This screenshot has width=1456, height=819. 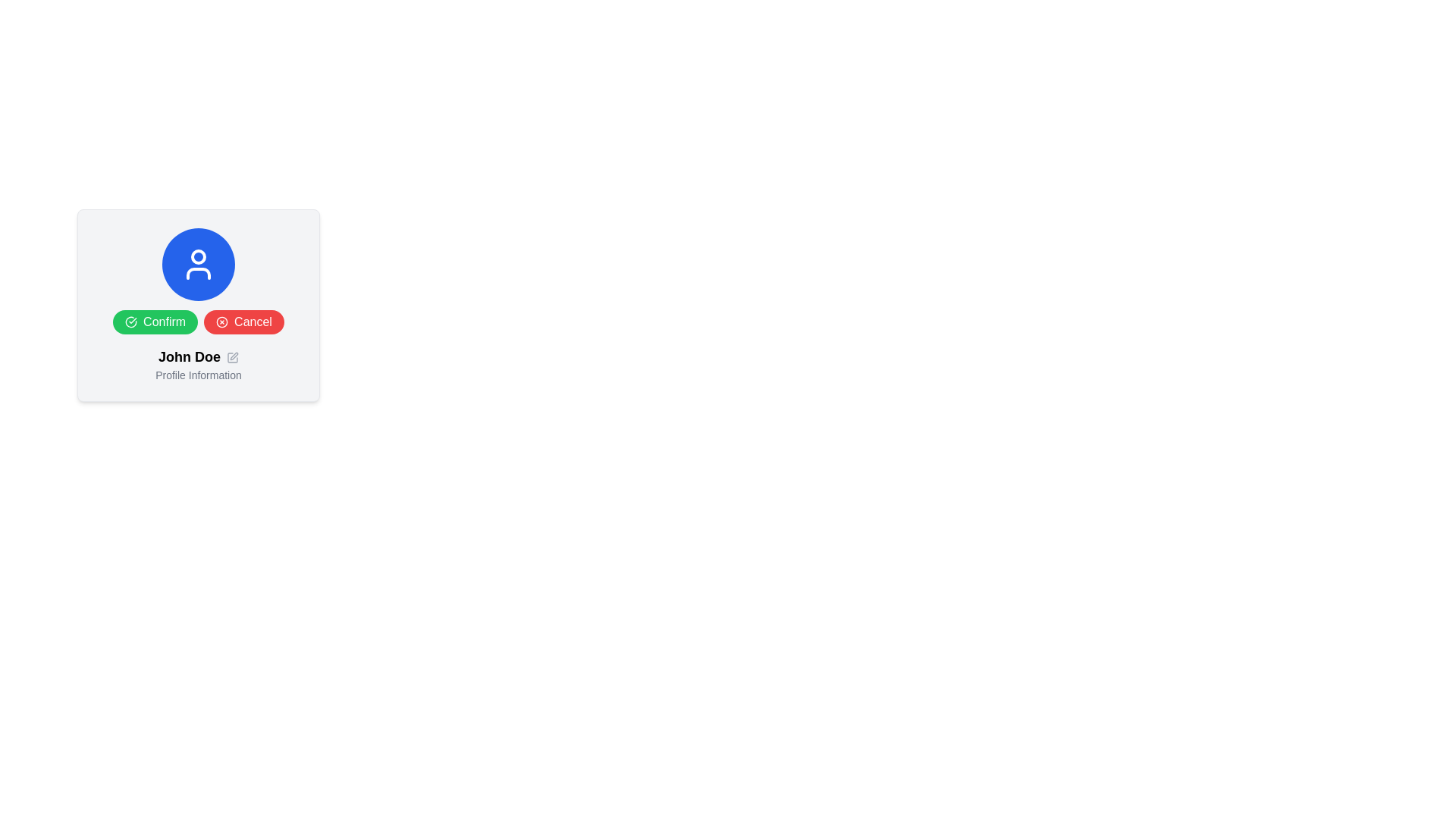 I want to click on the curved line within the blue circular icon that represents a user's profile picture, located at the bottom portion of the icon, so click(x=198, y=274).